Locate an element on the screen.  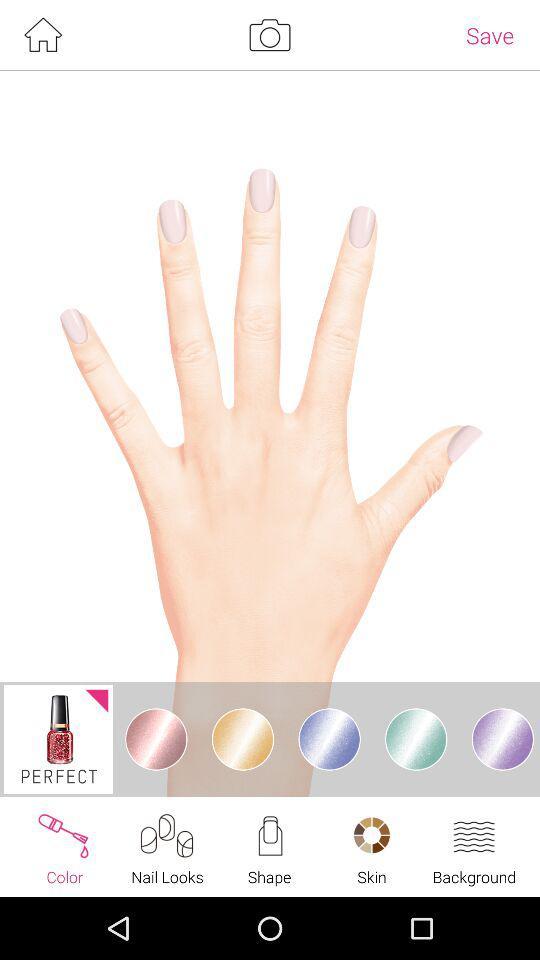
the photo icon is located at coordinates (269, 36).